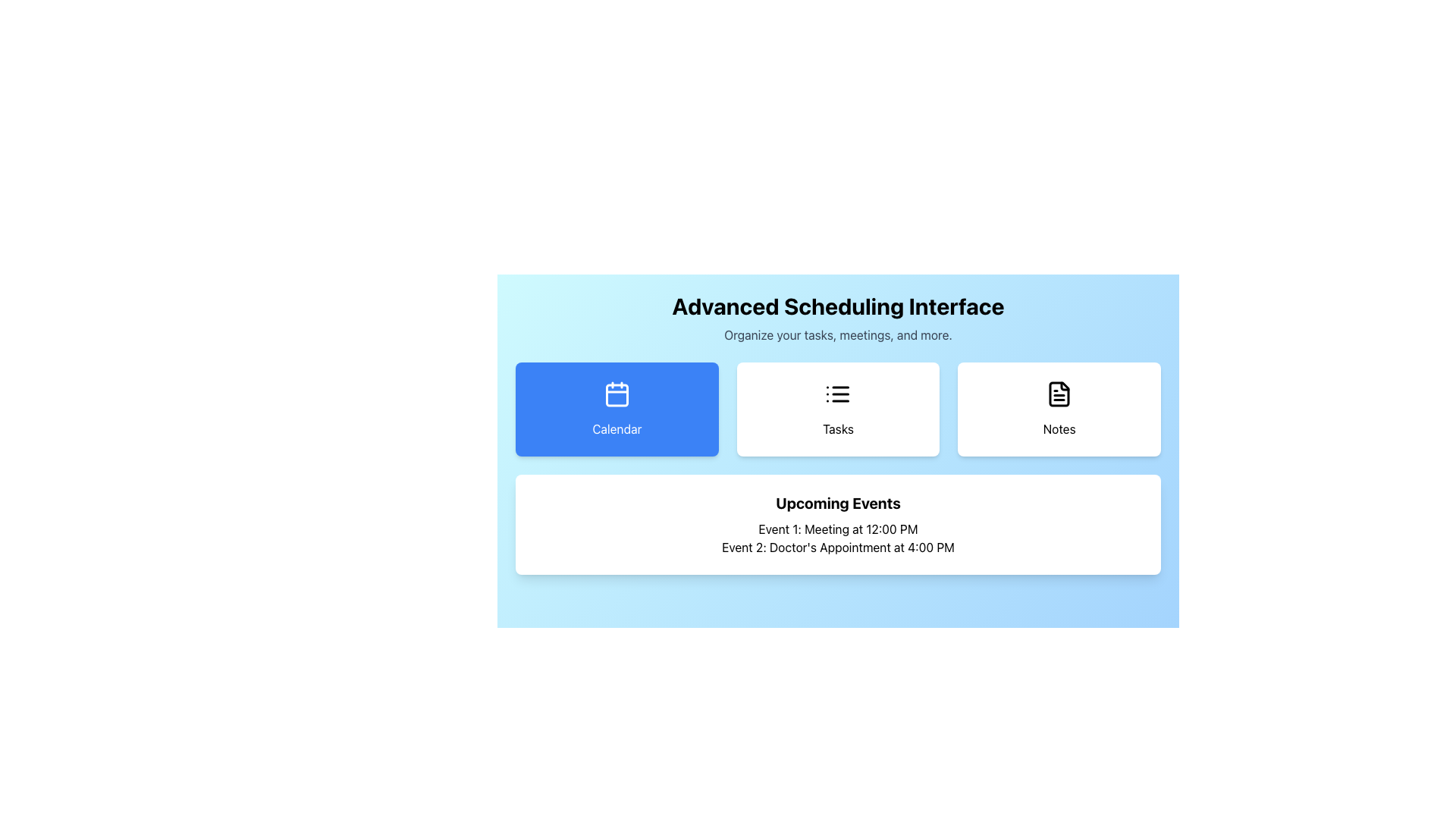  I want to click on static text label located centrally beneath the title 'Advanced Scheduling Interface', so click(837, 334).